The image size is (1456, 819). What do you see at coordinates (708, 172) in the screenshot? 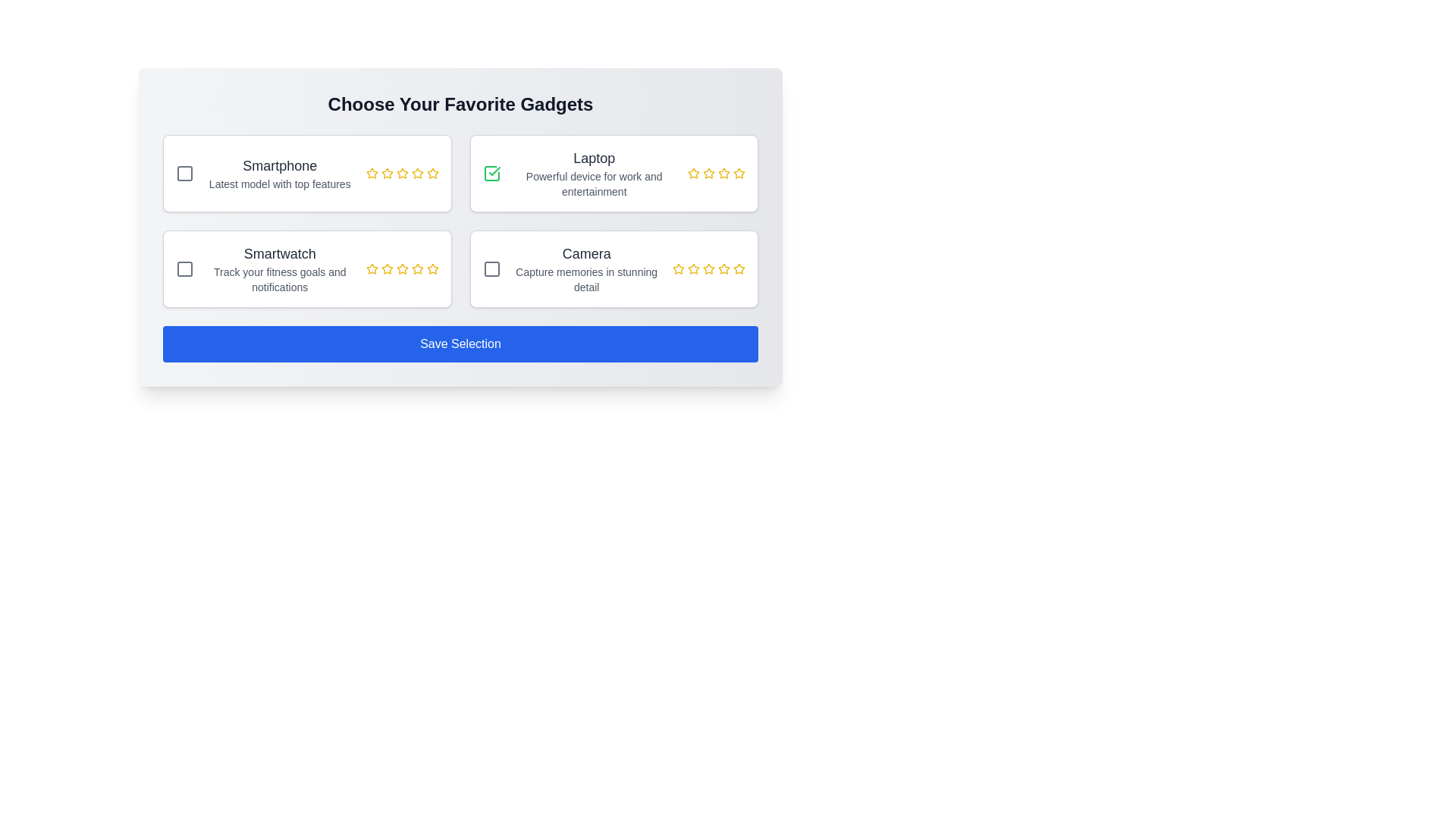
I see `third star icon in the rating component for the 'Laptop' option, located in the top-right section of the interface` at bounding box center [708, 172].